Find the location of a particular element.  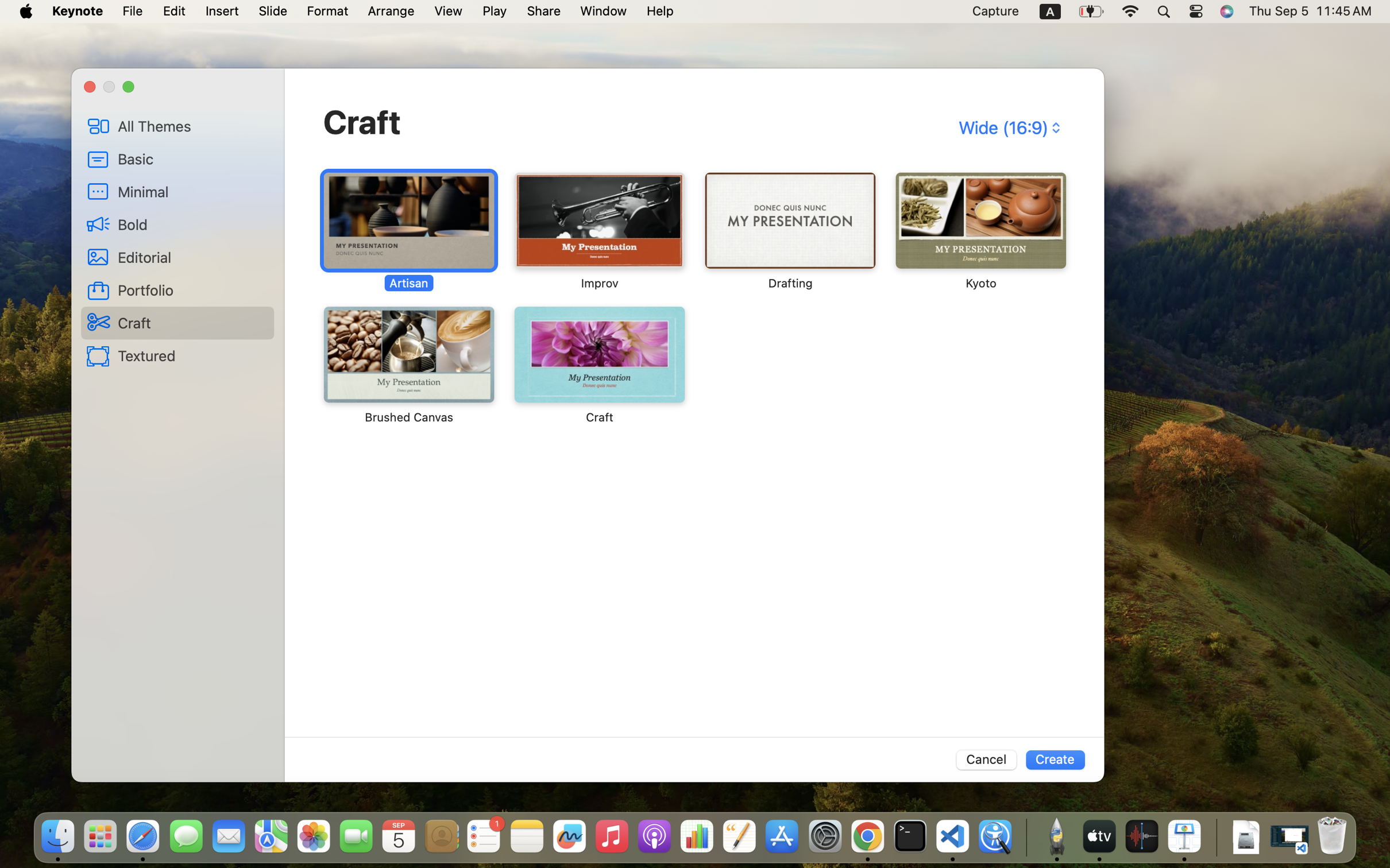

'‎⁨Improv⁩' is located at coordinates (598, 231).